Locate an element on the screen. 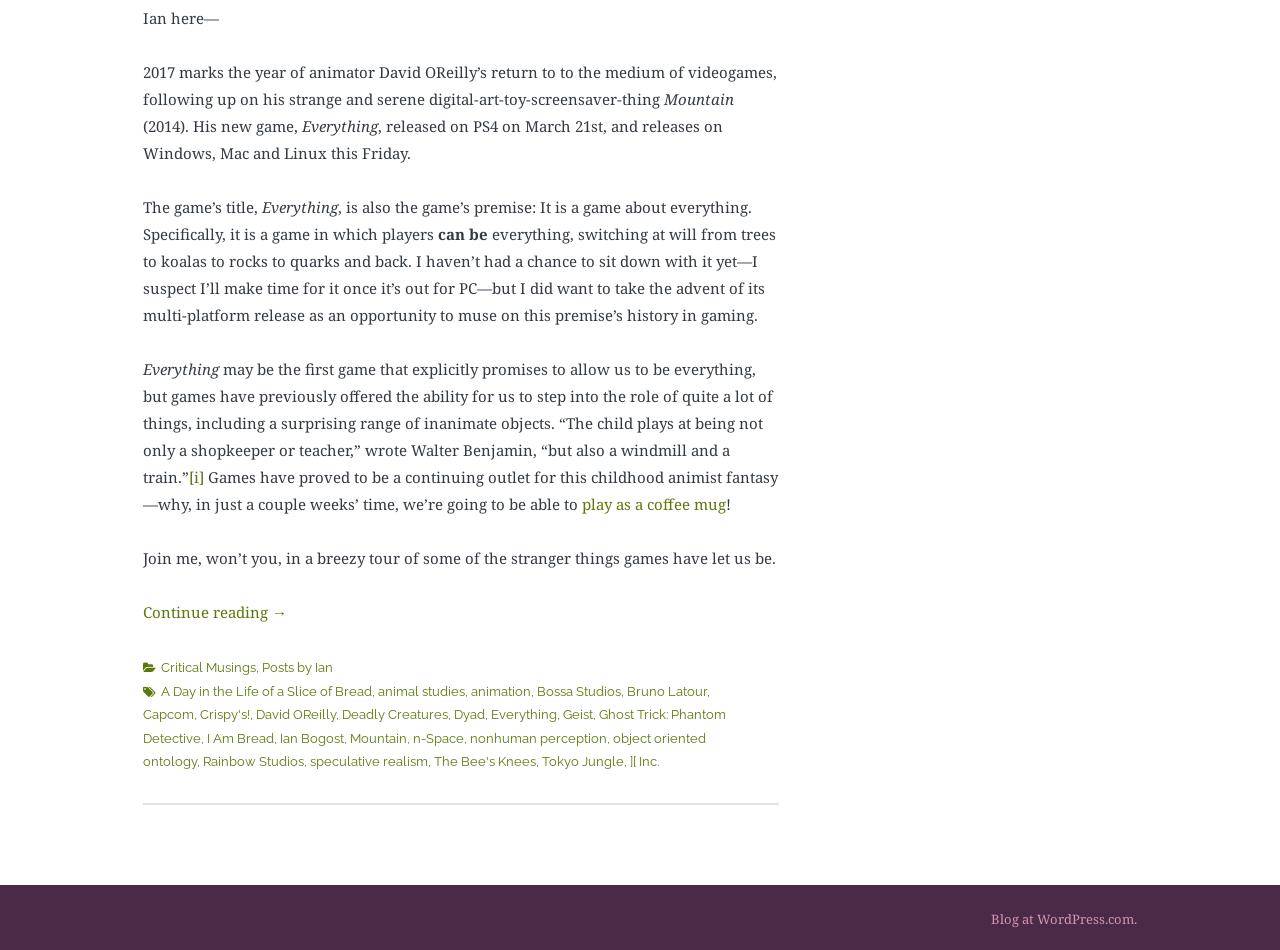  '][ Inc.' is located at coordinates (644, 760).